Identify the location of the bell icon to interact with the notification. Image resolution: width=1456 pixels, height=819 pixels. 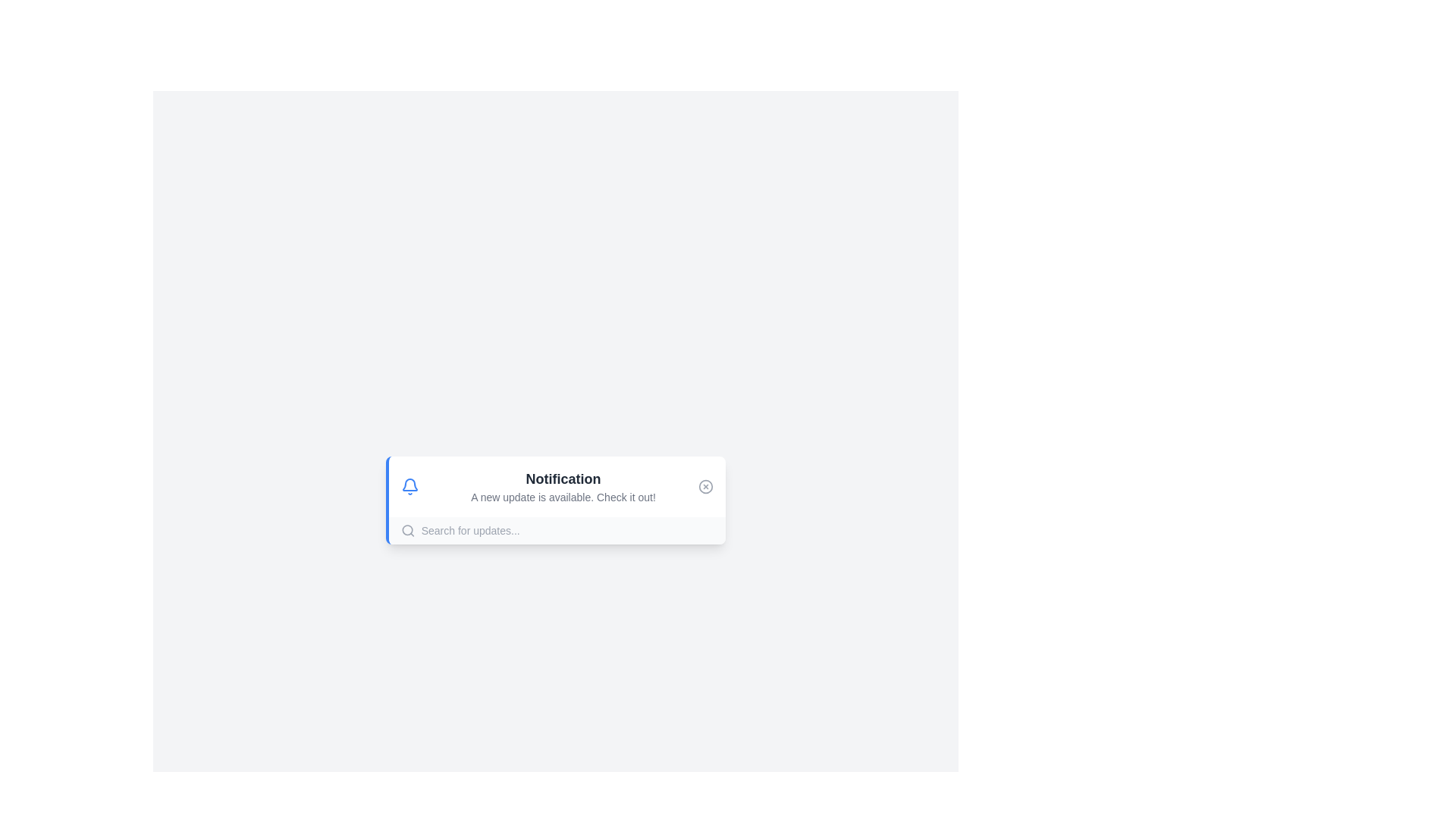
(410, 486).